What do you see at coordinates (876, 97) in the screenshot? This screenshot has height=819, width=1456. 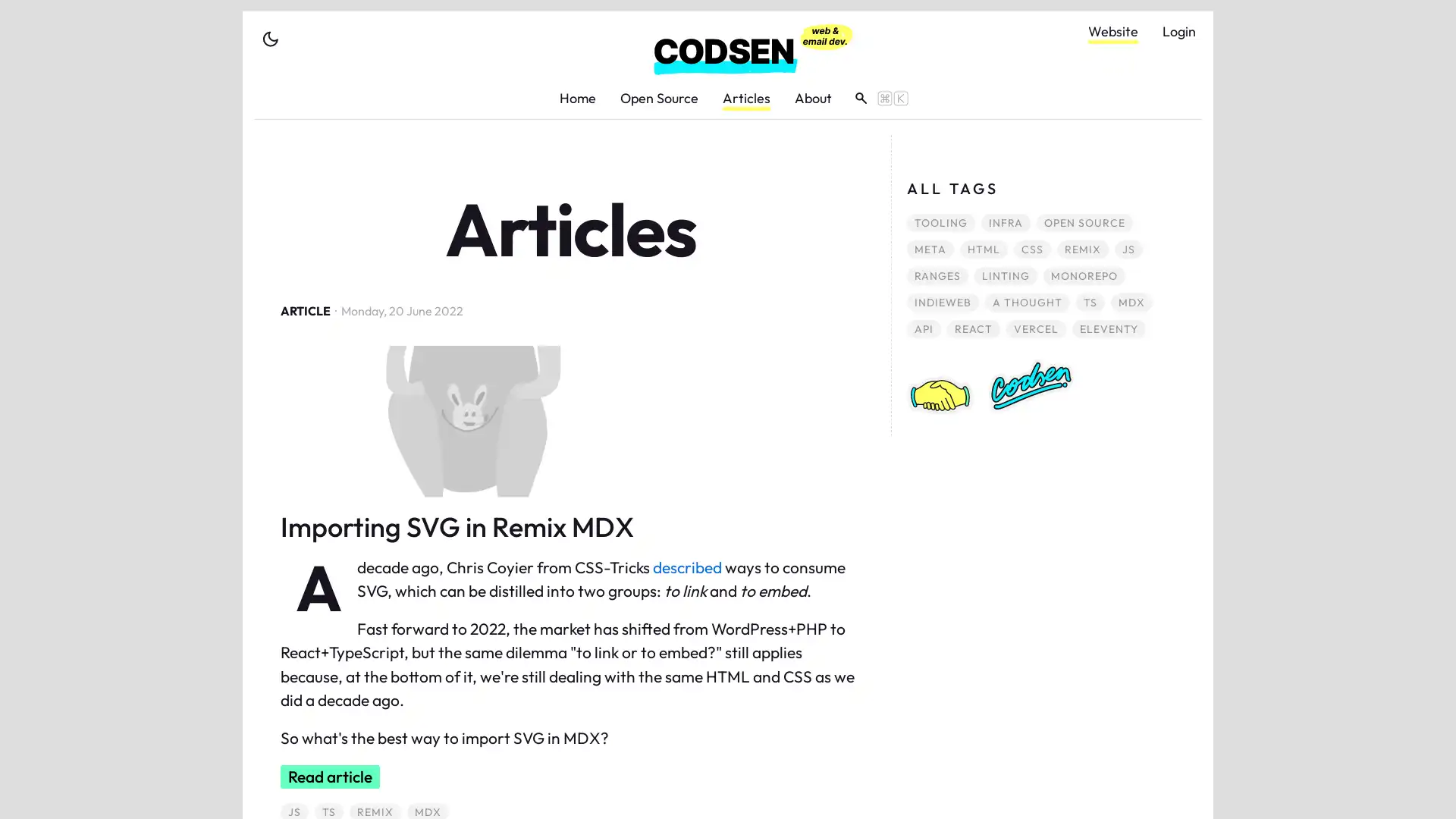 I see `Toggle search` at bounding box center [876, 97].